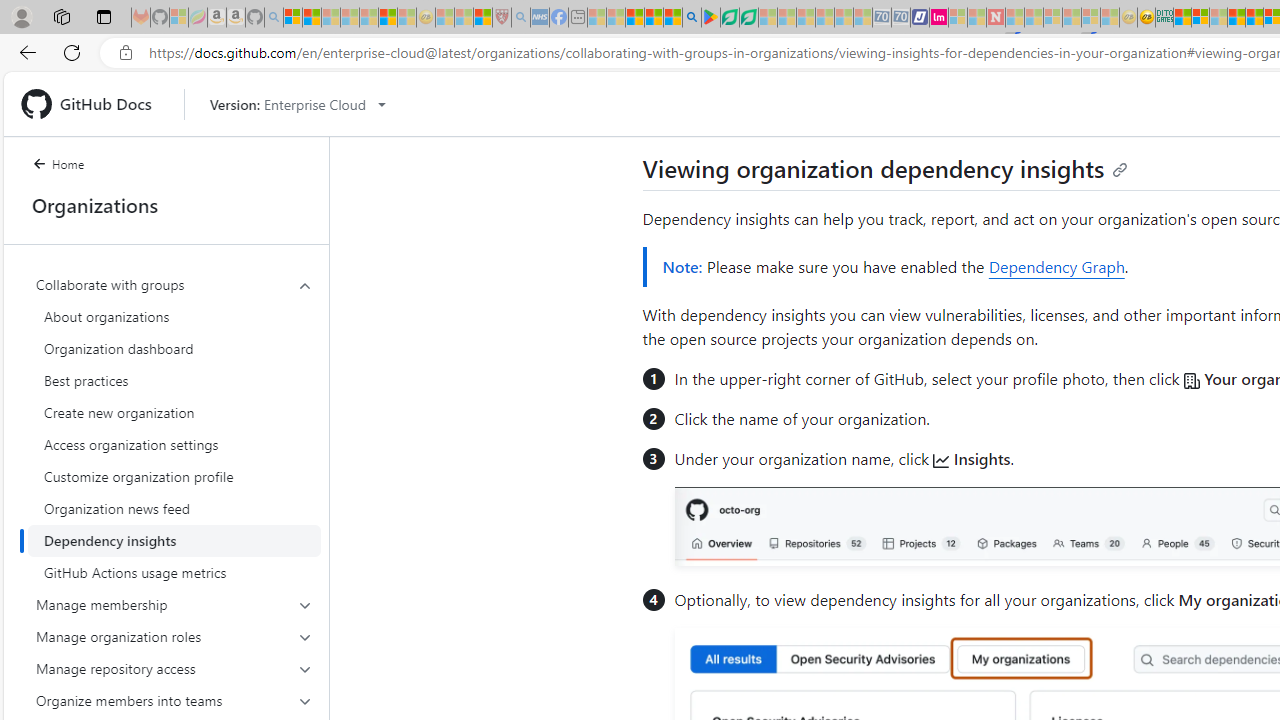 The width and height of the screenshot is (1280, 720). What do you see at coordinates (174, 443) in the screenshot?
I see `'Access organization settings'` at bounding box center [174, 443].